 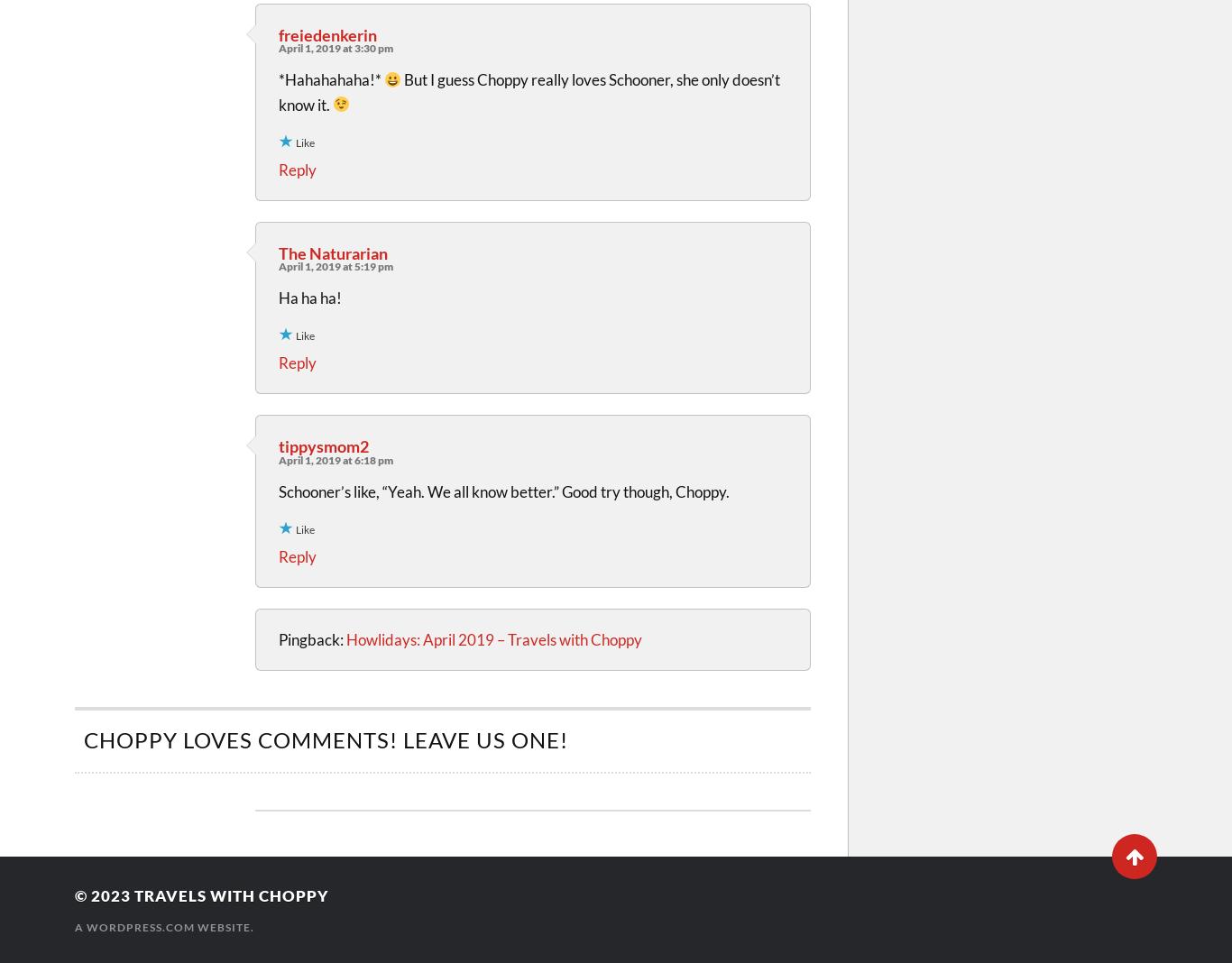 What do you see at coordinates (335, 265) in the screenshot?
I see `'April 1, 2019 at 5:19 pm'` at bounding box center [335, 265].